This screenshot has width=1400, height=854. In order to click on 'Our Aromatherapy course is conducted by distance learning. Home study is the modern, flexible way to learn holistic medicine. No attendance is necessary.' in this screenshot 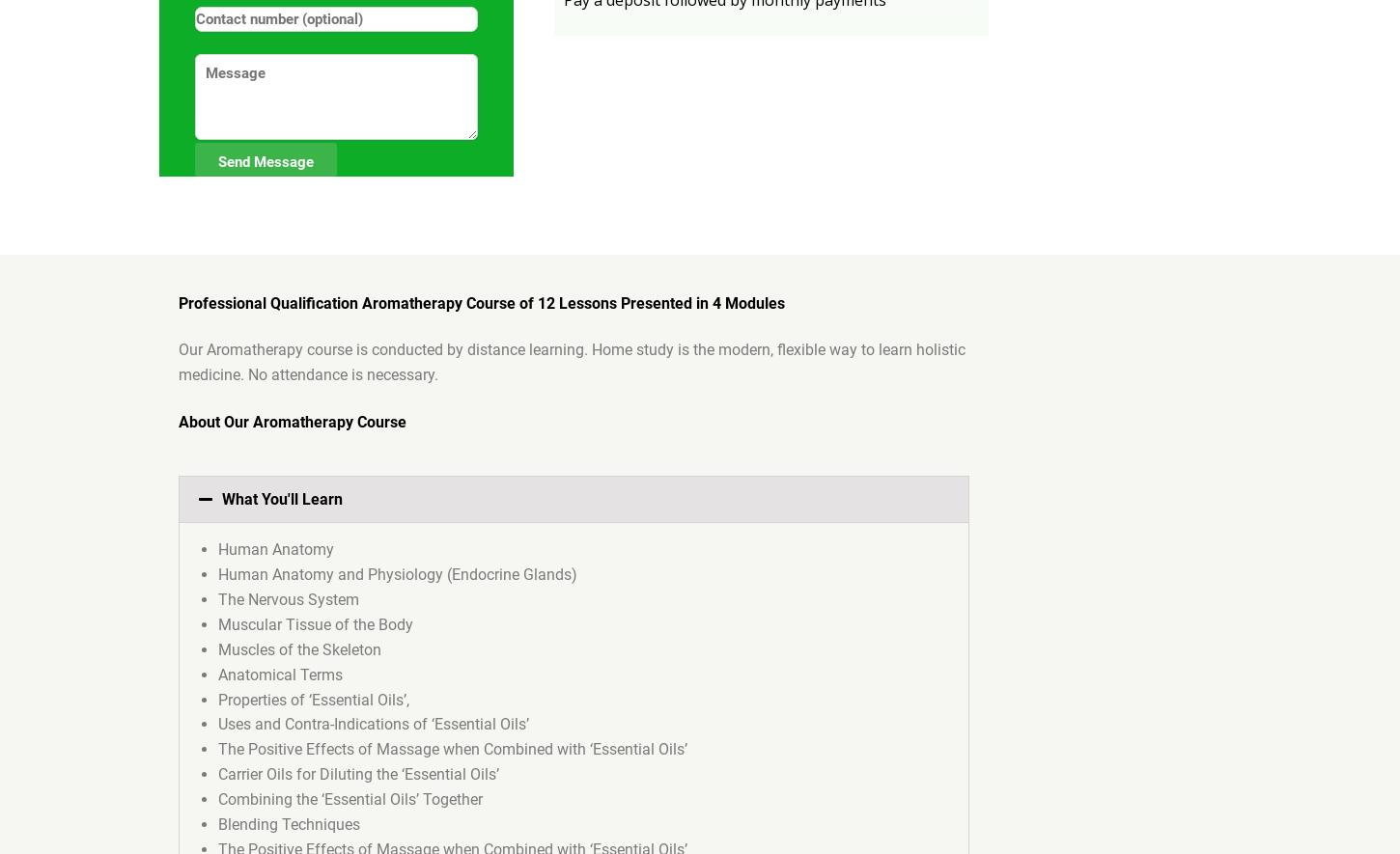, I will do `click(572, 361)`.